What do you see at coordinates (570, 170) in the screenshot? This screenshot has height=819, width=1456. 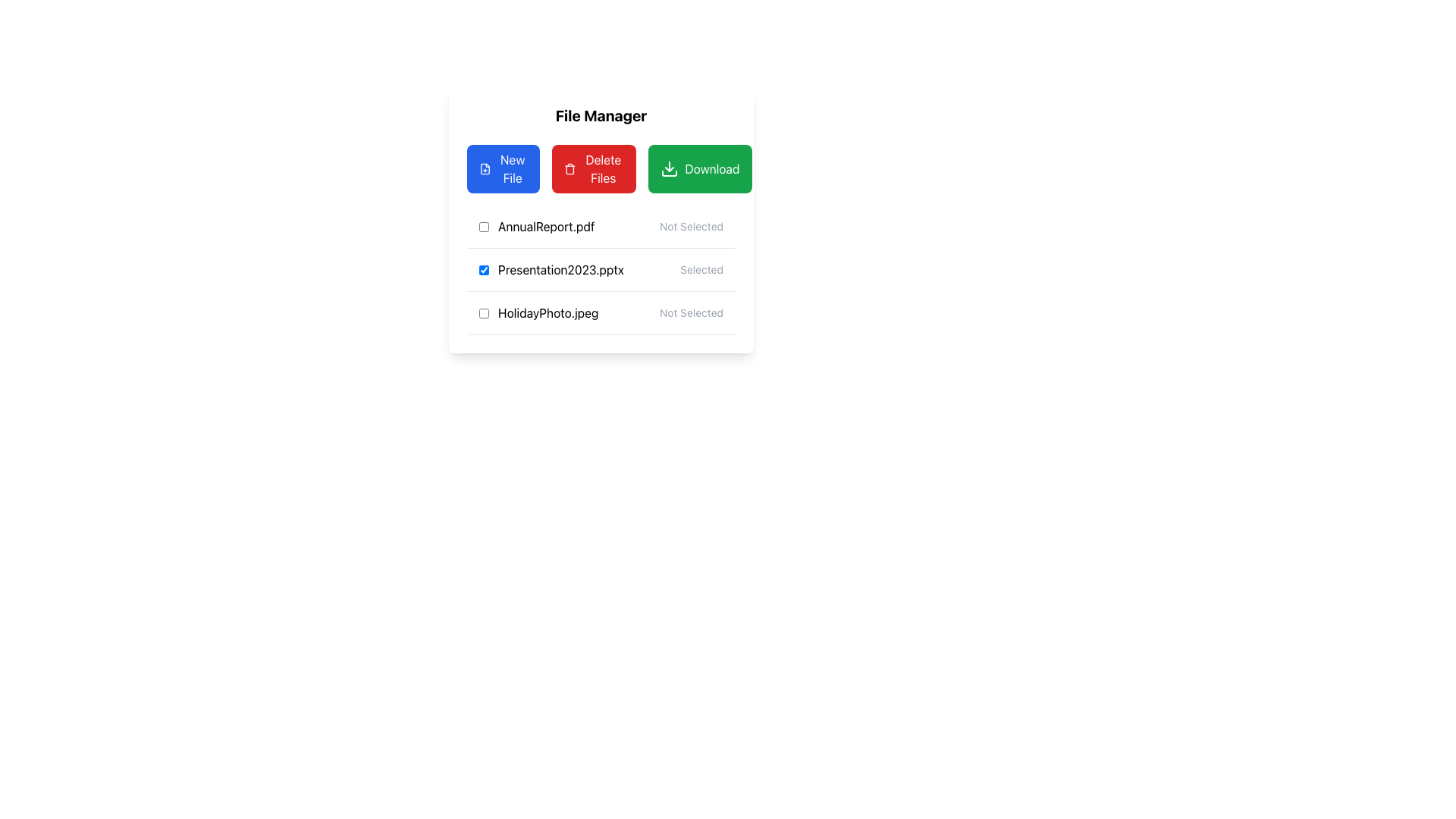 I see `the larger delete button which includes the trash bin icon represented by the rectangular body of the bin` at bounding box center [570, 170].